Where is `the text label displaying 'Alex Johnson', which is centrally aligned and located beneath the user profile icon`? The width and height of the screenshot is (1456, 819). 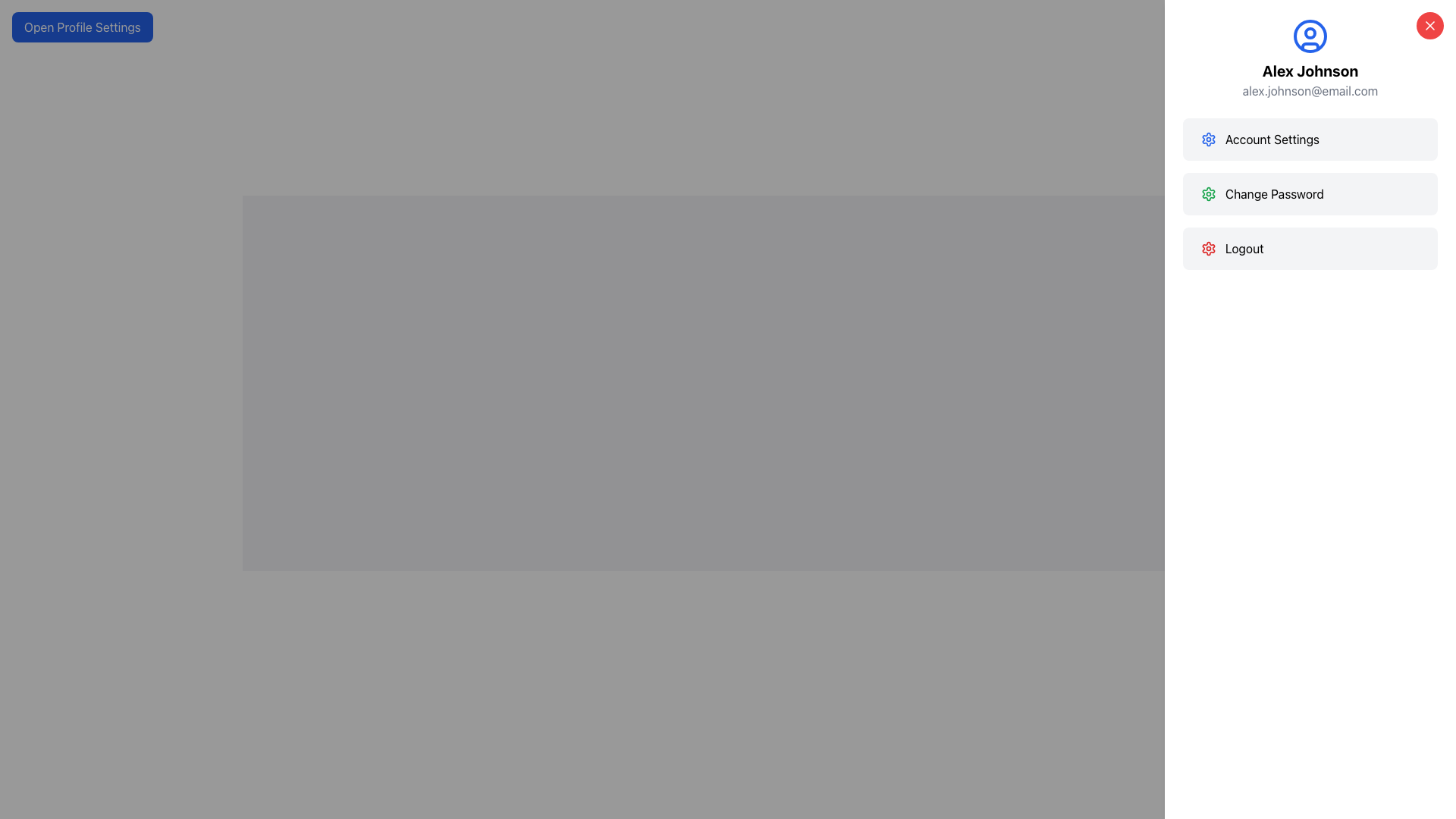
the text label displaying 'Alex Johnson', which is centrally aligned and located beneath the user profile icon is located at coordinates (1310, 71).